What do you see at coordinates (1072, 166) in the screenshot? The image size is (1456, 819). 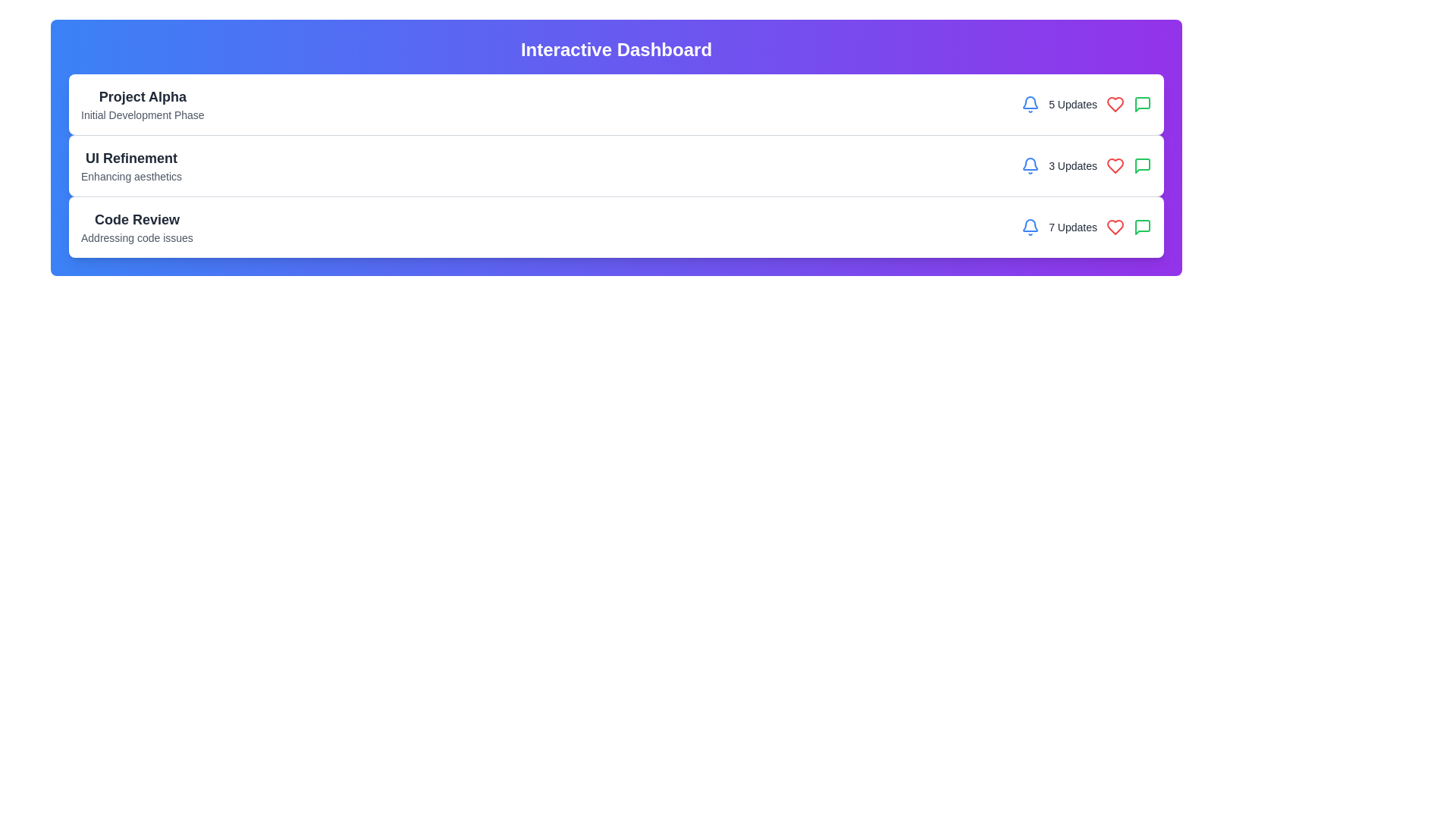 I see `the '3 Updates' text label, which is styled with a small gray font and positioned to the right of a blue notification icon` at bounding box center [1072, 166].